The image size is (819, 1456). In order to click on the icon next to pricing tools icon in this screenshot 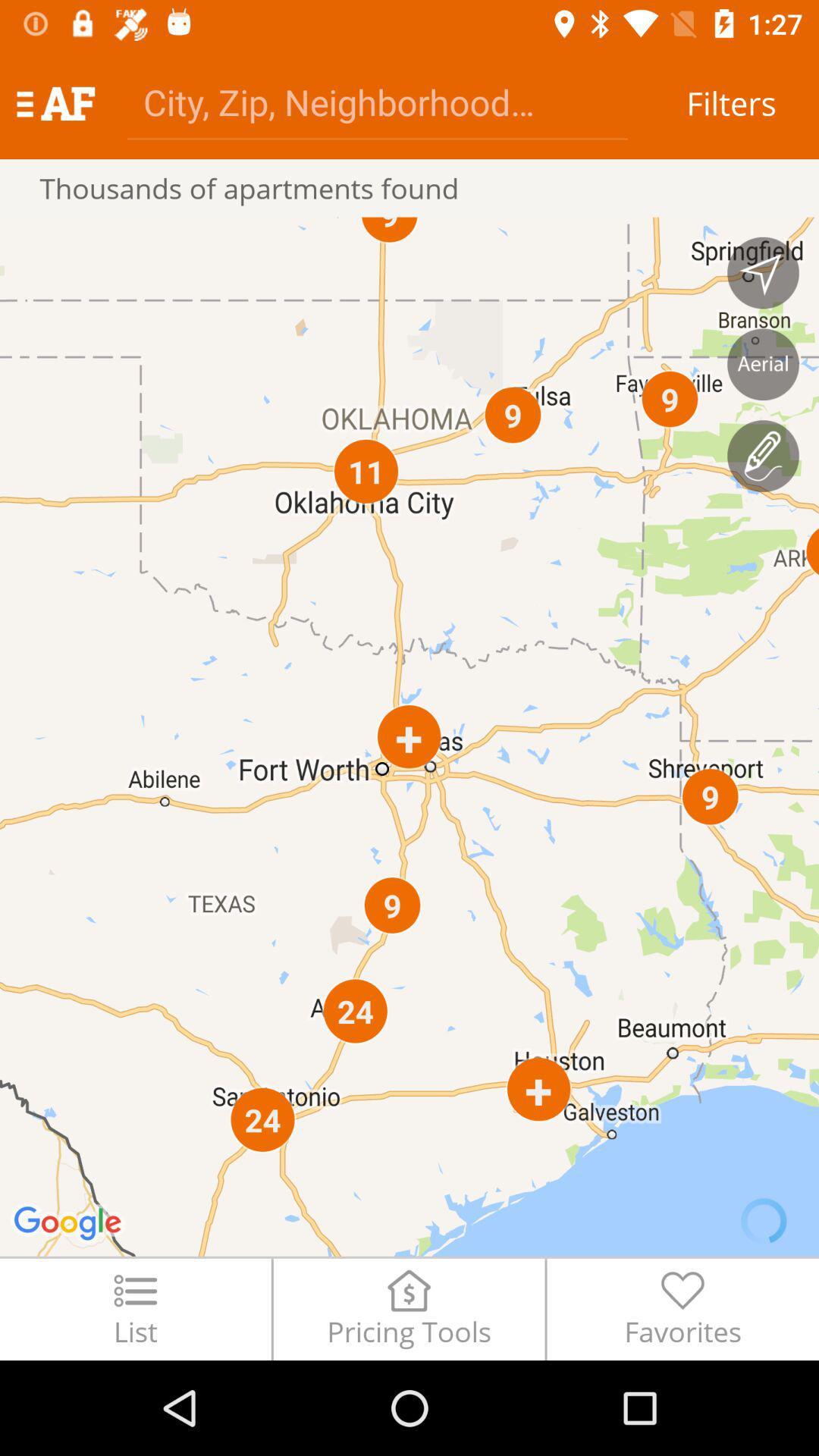, I will do `click(134, 1308)`.